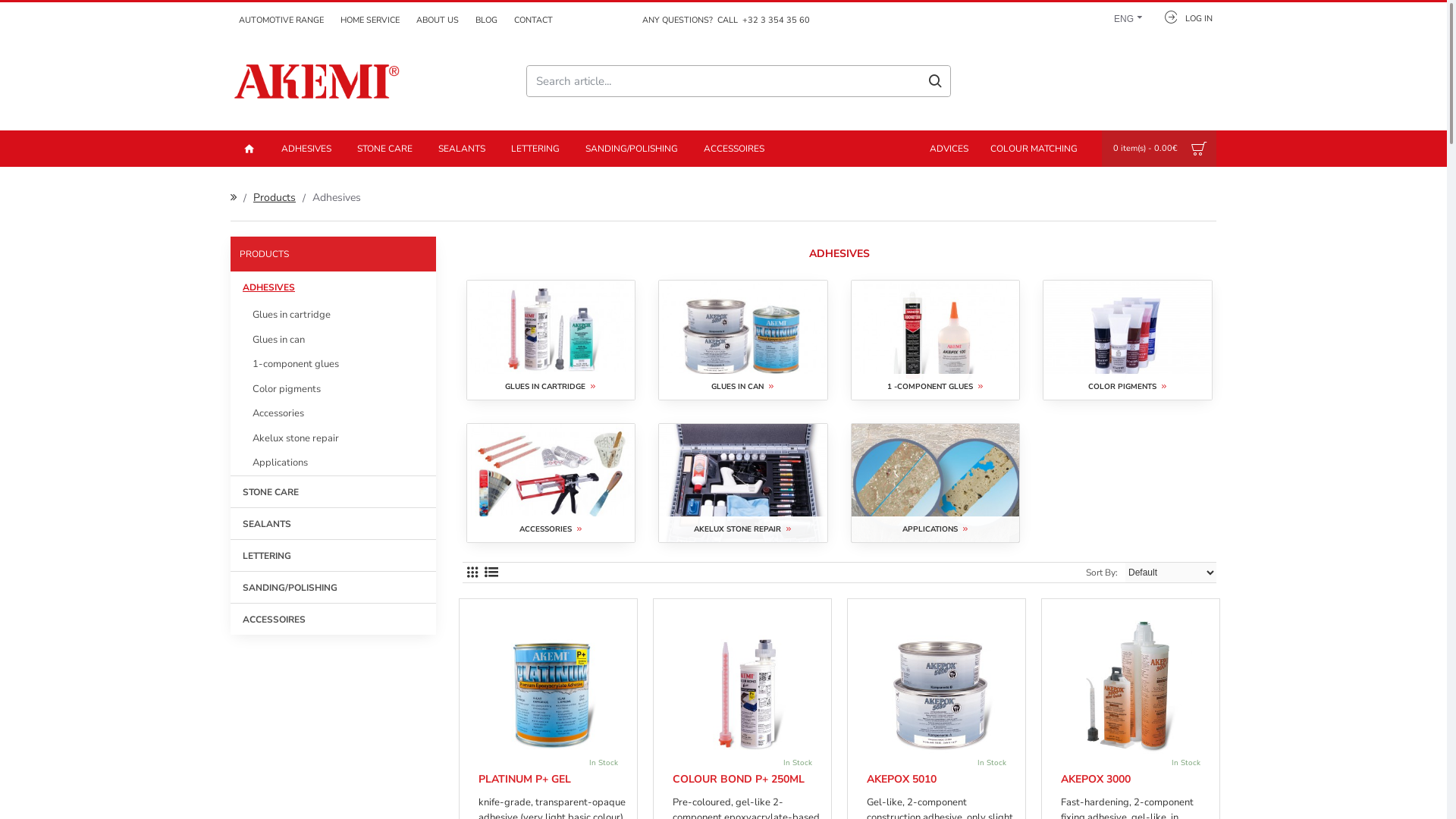 The height and width of the screenshot is (819, 1456). Describe the element at coordinates (934, 483) in the screenshot. I see `'APPLICATIONS'` at that location.